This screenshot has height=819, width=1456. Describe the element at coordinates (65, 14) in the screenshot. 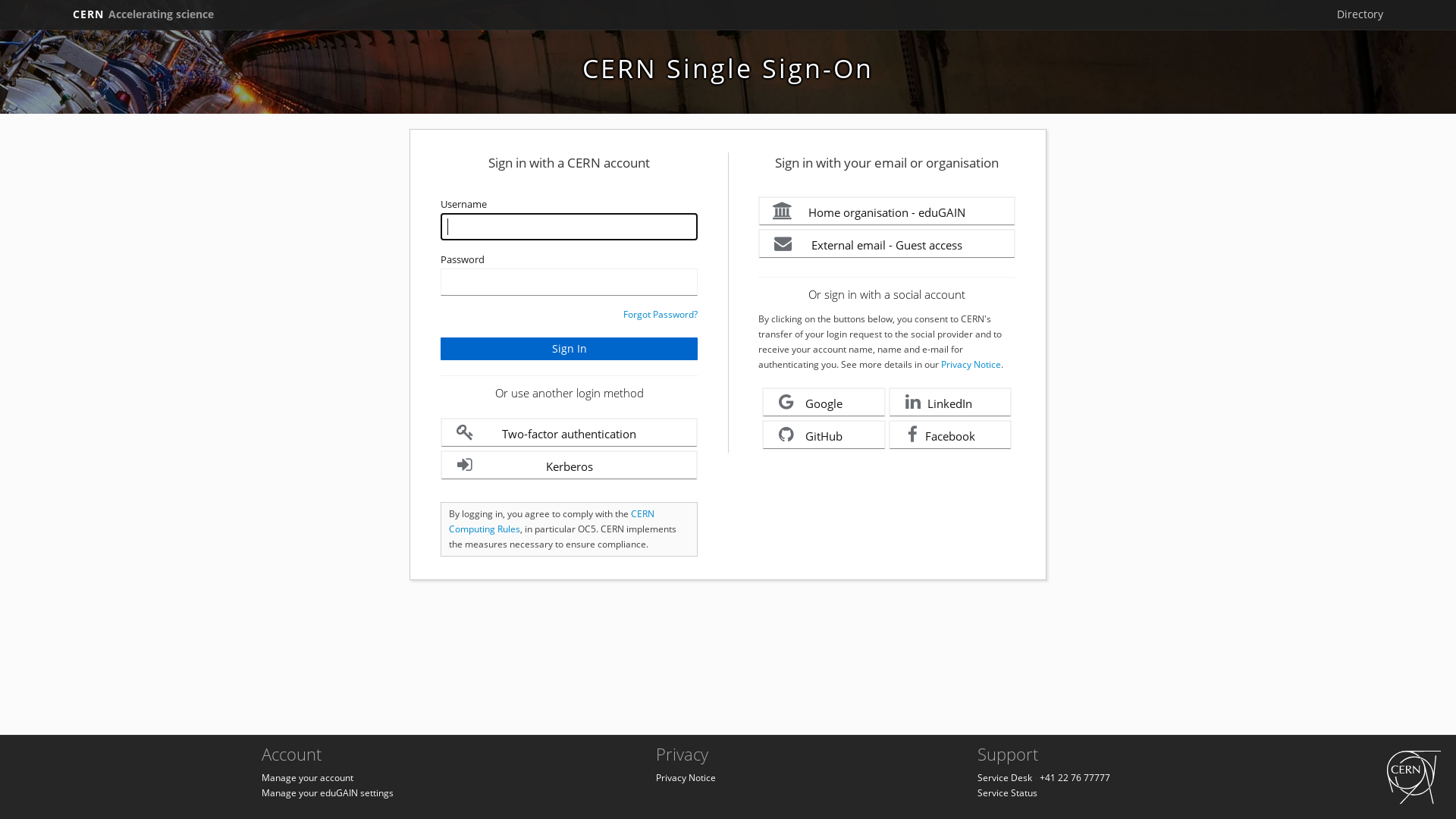

I see `'CERN Accelerating science'` at that location.